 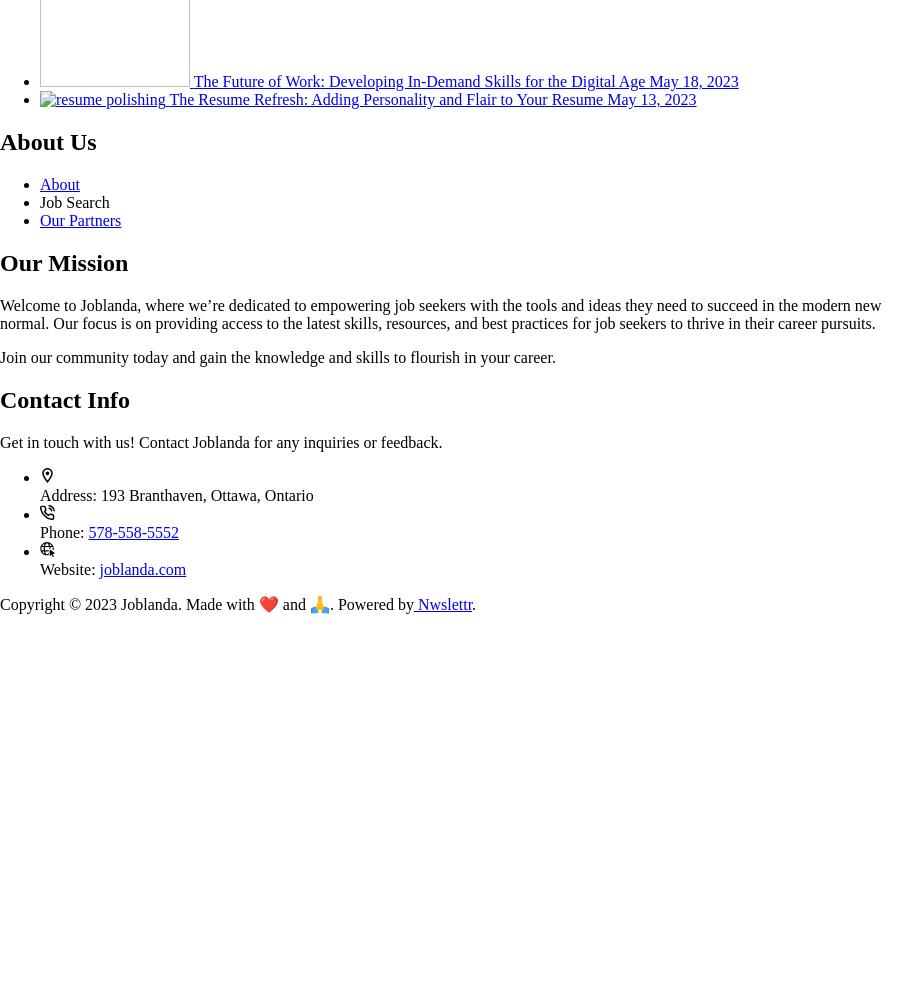 I want to click on 'About', so click(x=59, y=184).